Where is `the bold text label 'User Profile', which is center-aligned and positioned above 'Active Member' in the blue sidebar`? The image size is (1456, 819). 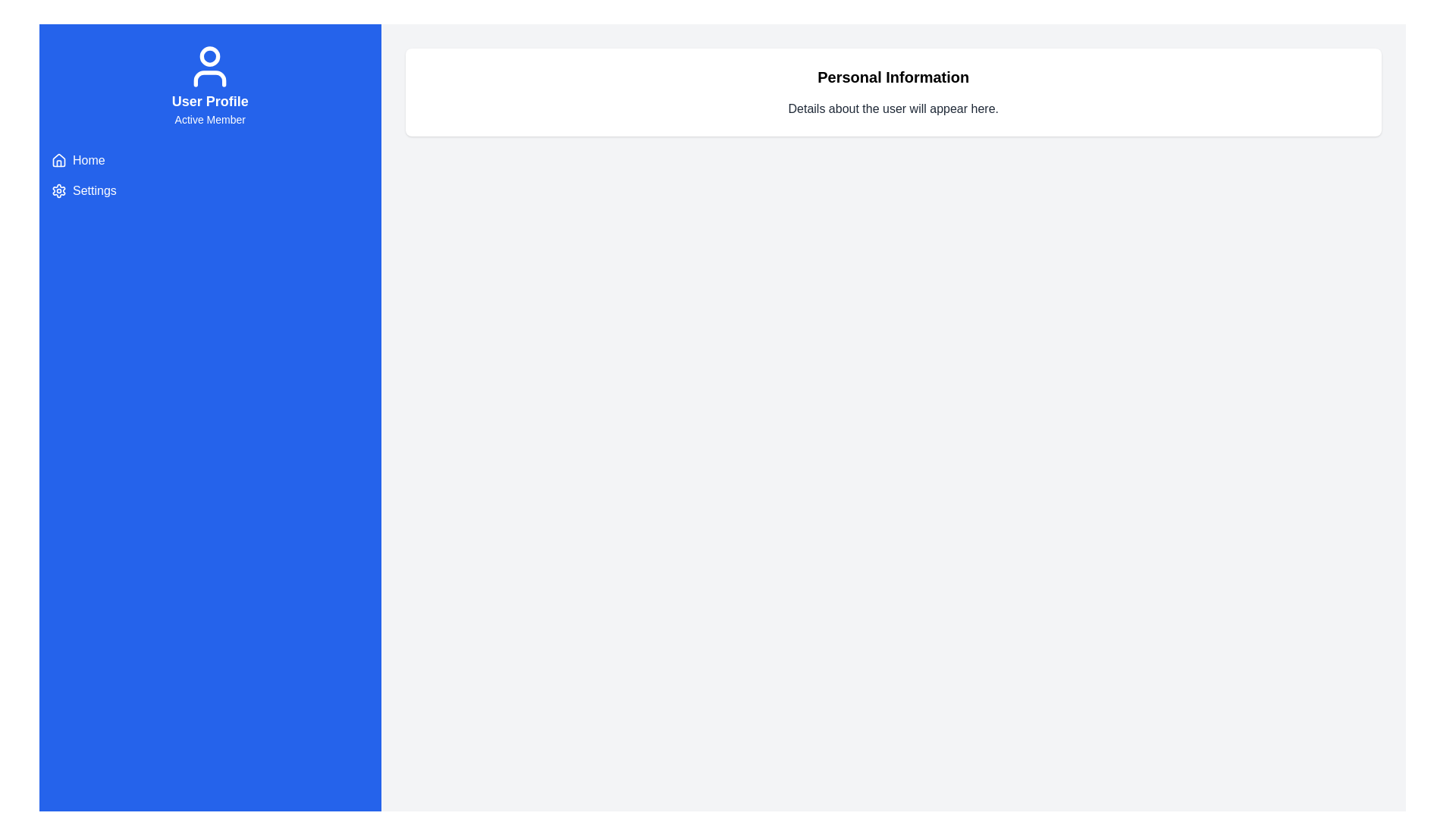
the bold text label 'User Profile', which is center-aligned and positioned above 'Active Member' in the blue sidebar is located at coordinates (209, 102).